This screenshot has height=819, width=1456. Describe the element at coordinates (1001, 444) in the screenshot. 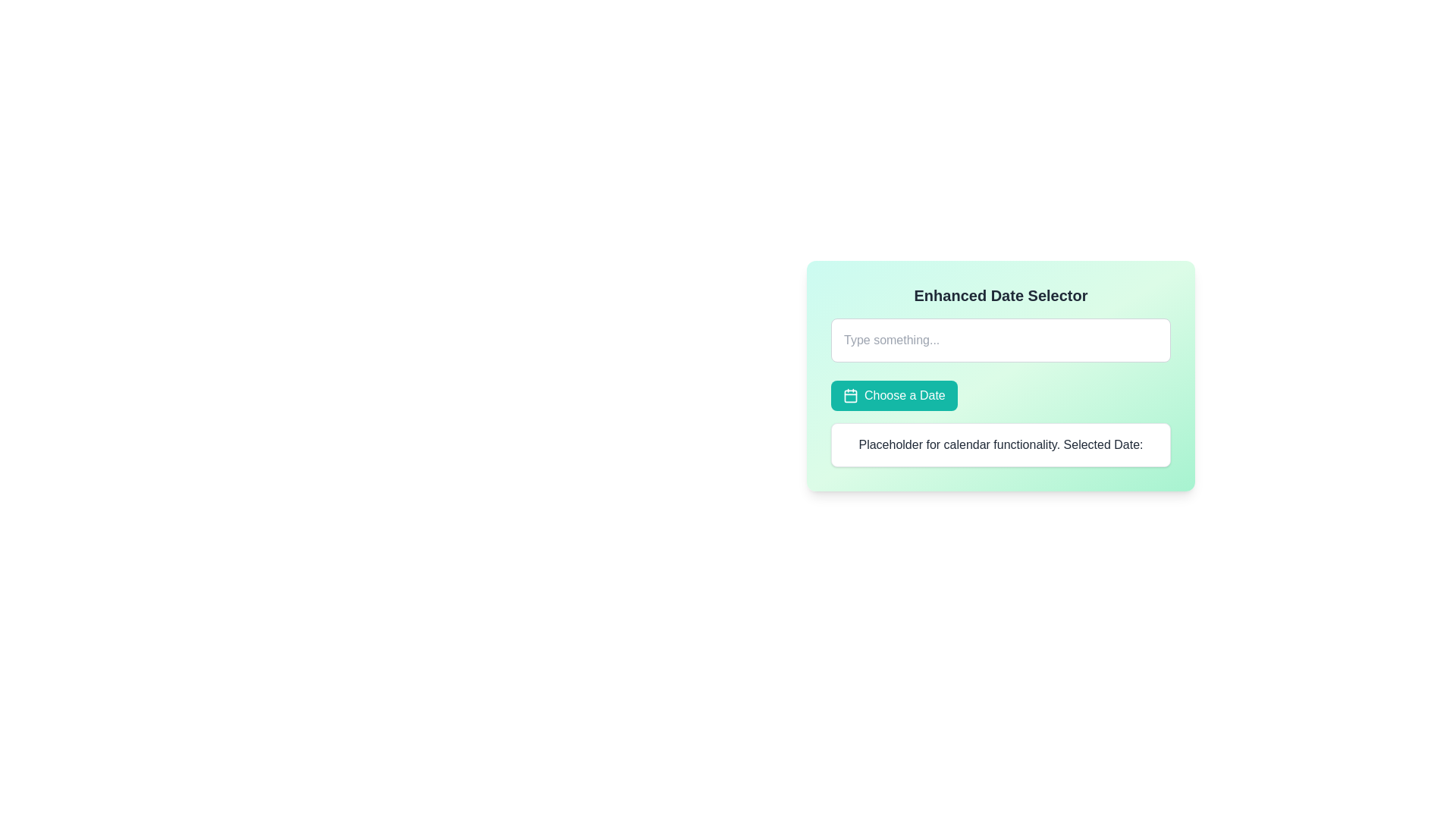

I see `the static text element providing information for the calendar functionality located underneath the 'Choose a Date' button in the 'Enhanced Date Selector' card` at that location.